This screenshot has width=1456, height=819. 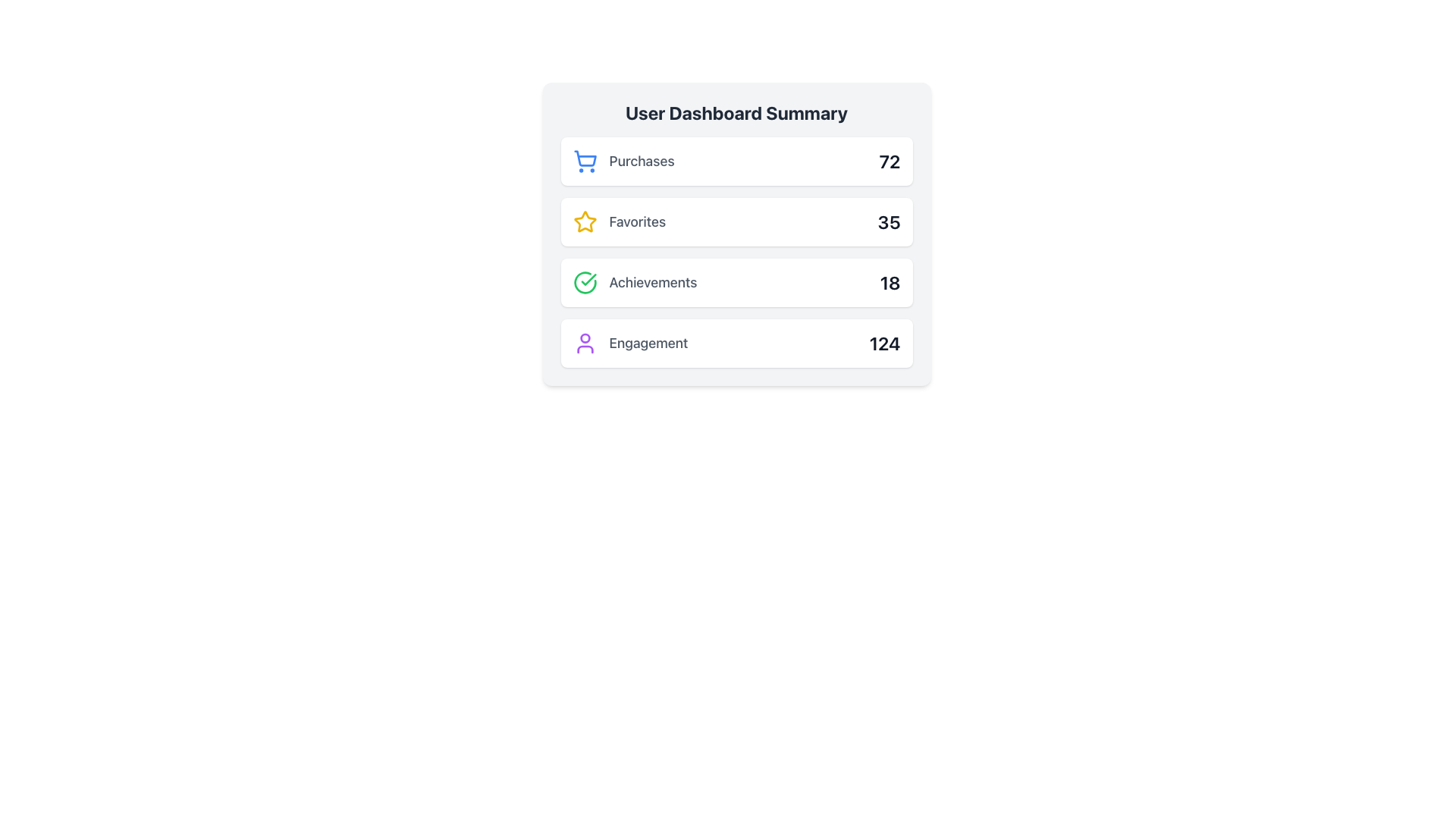 What do you see at coordinates (584, 158) in the screenshot?
I see `the main body of the shopping cart icon, which has a blue outline and is located to the left of the 'Purchases' label in the dashboard summary widget` at bounding box center [584, 158].